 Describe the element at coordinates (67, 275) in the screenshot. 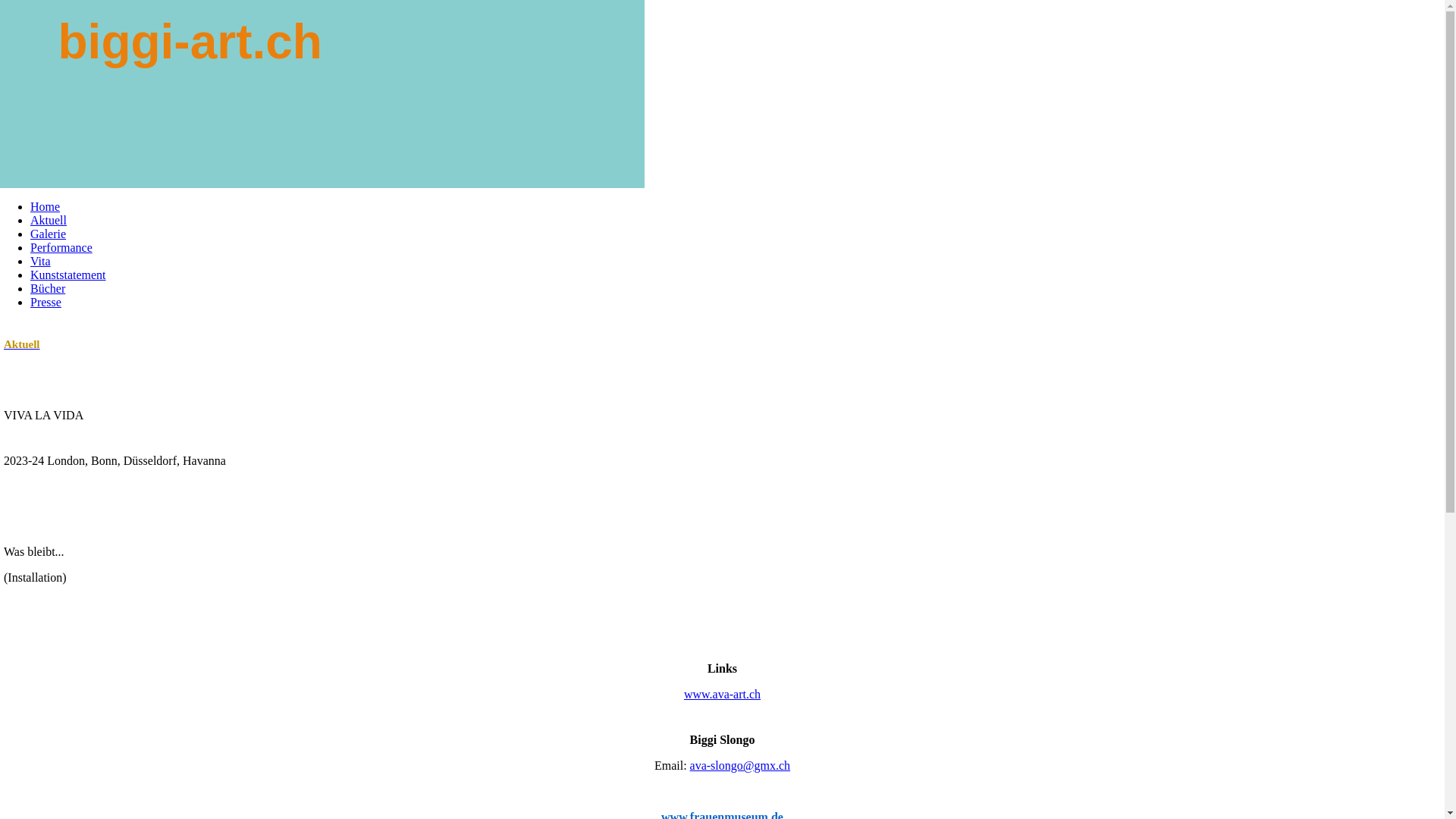

I see `'Kunststatement'` at that location.